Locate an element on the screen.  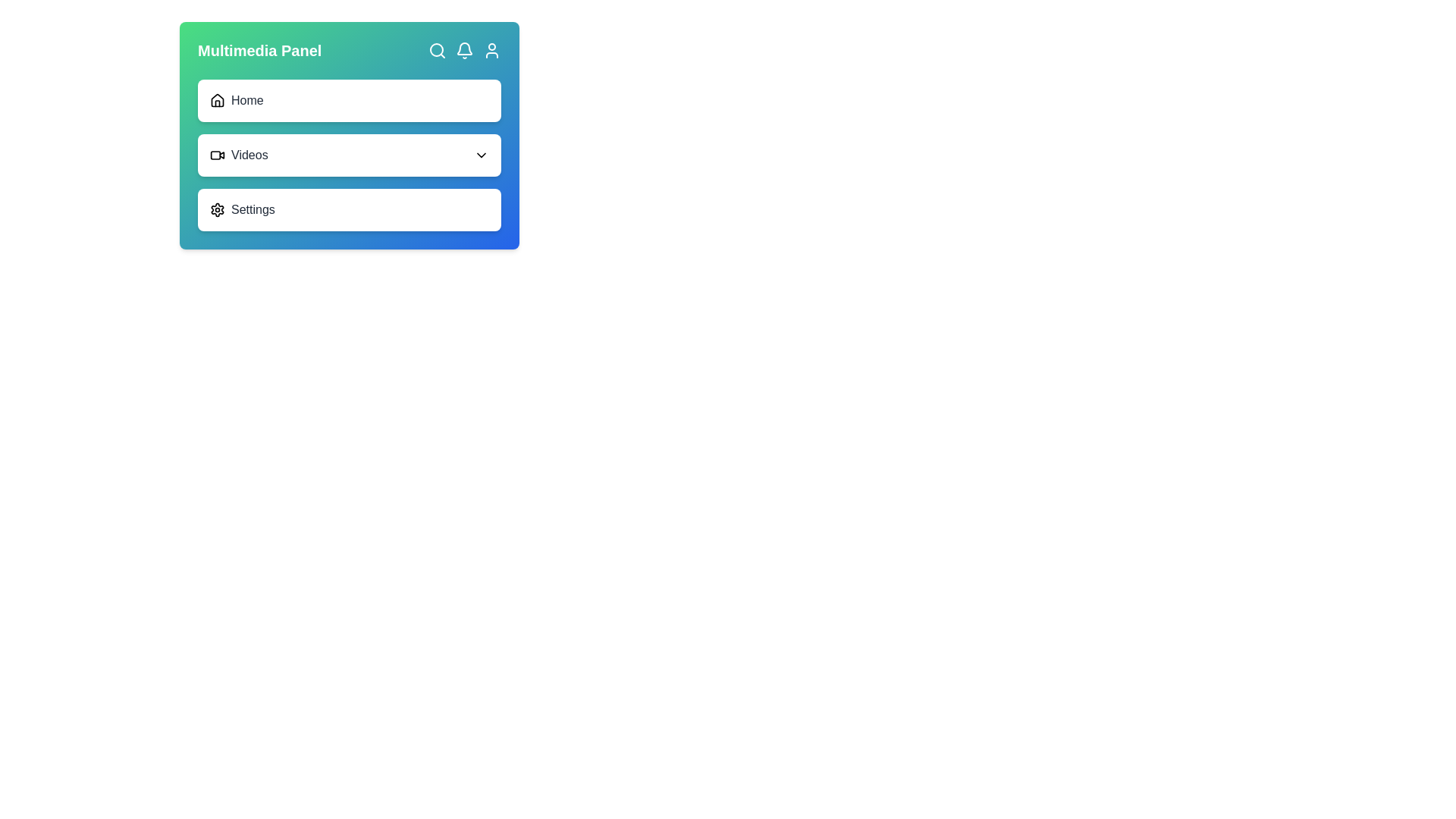
the bell icon button located at the top-right section of the interface is located at coordinates (464, 49).